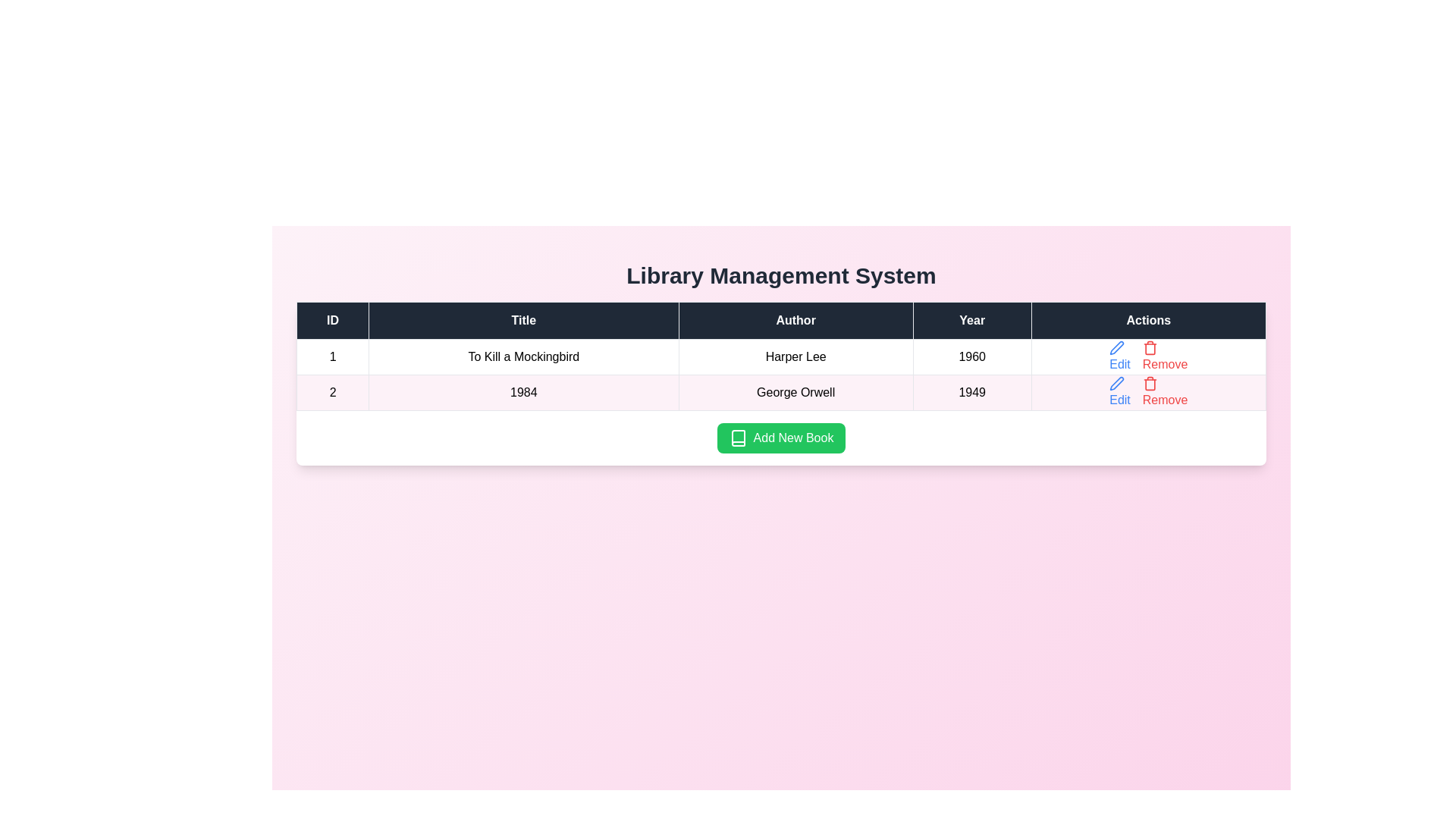 This screenshot has width=1456, height=819. I want to click on the Text Display element showing 'To Kill a Mockingbird' in the second column of the first data row under the 'Title' header, so click(523, 356).